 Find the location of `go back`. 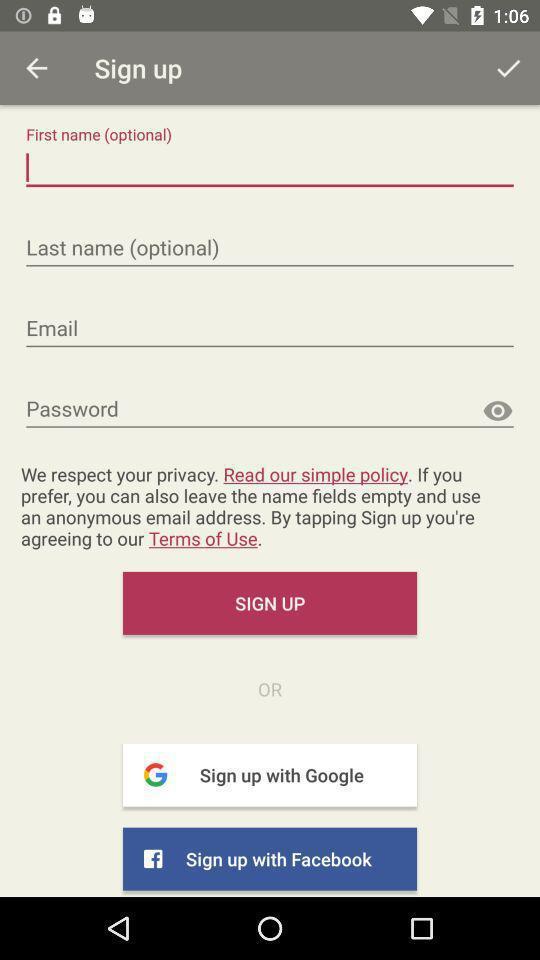

go back is located at coordinates (36, 68).